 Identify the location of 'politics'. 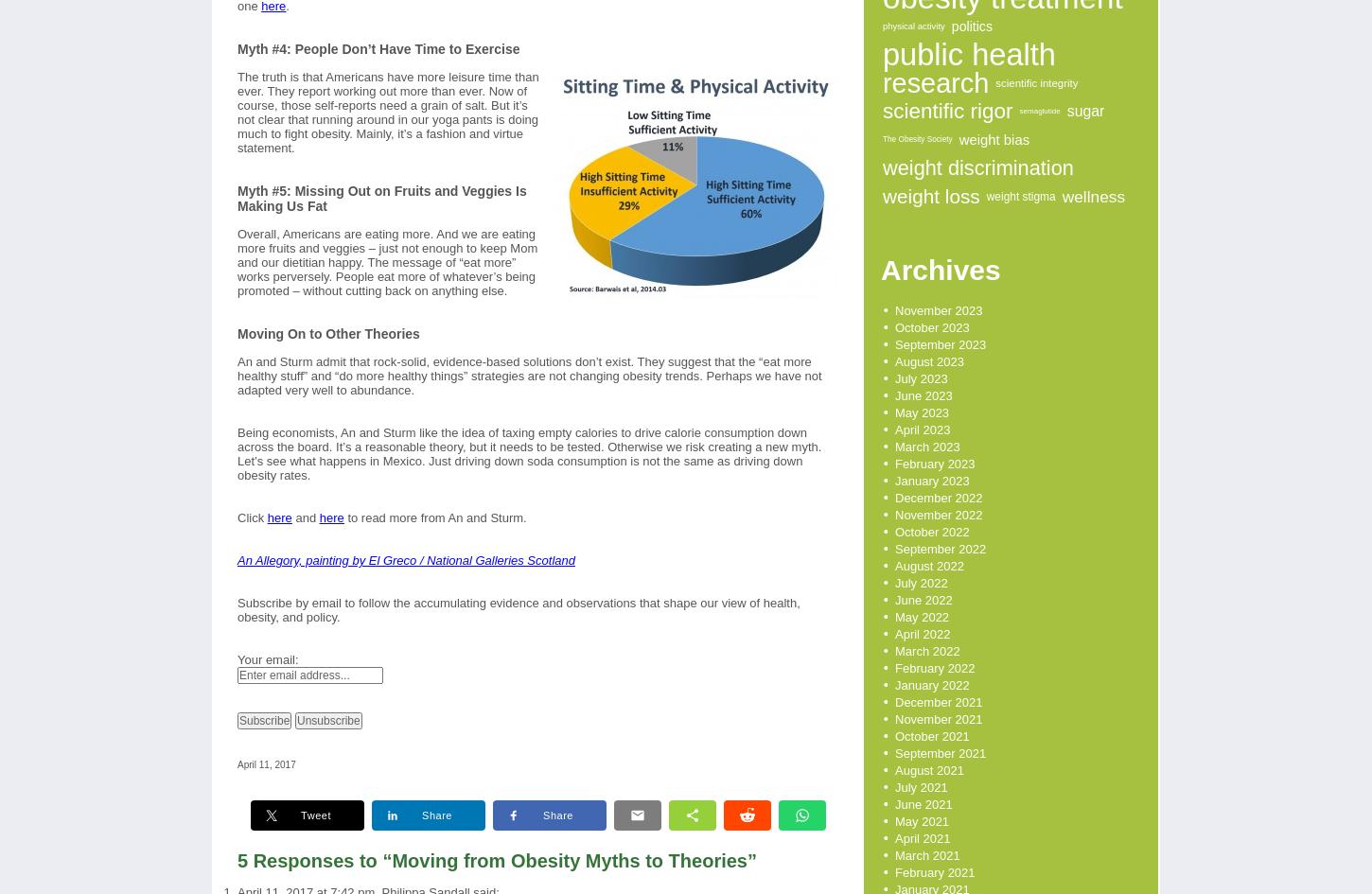
(950, 26).